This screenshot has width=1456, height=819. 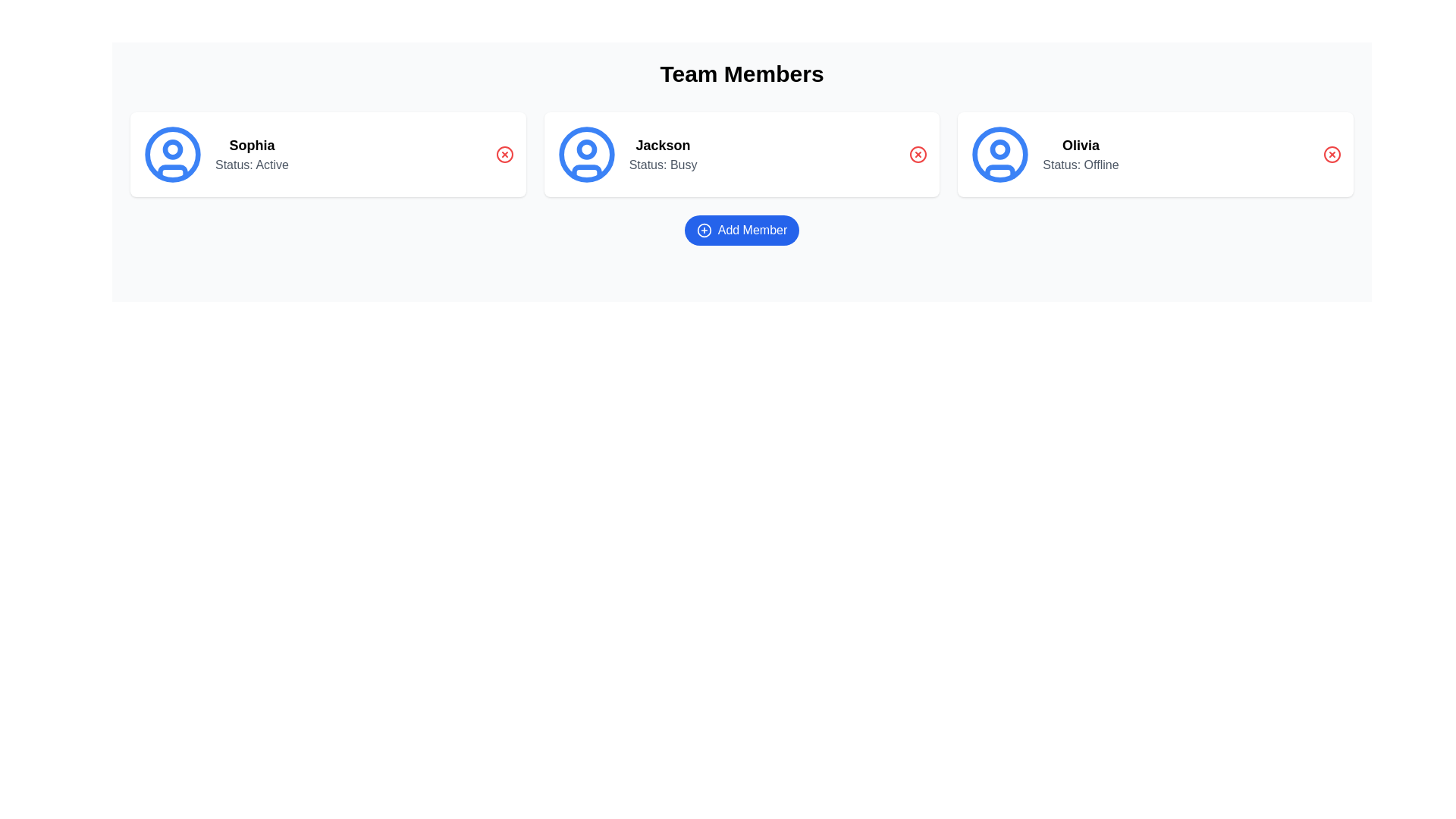 I want to click on the text label displaying the user's name 'Sophia' and current status, which is located in the leftmost tile of the user profile row, so click(x=252, y=155).